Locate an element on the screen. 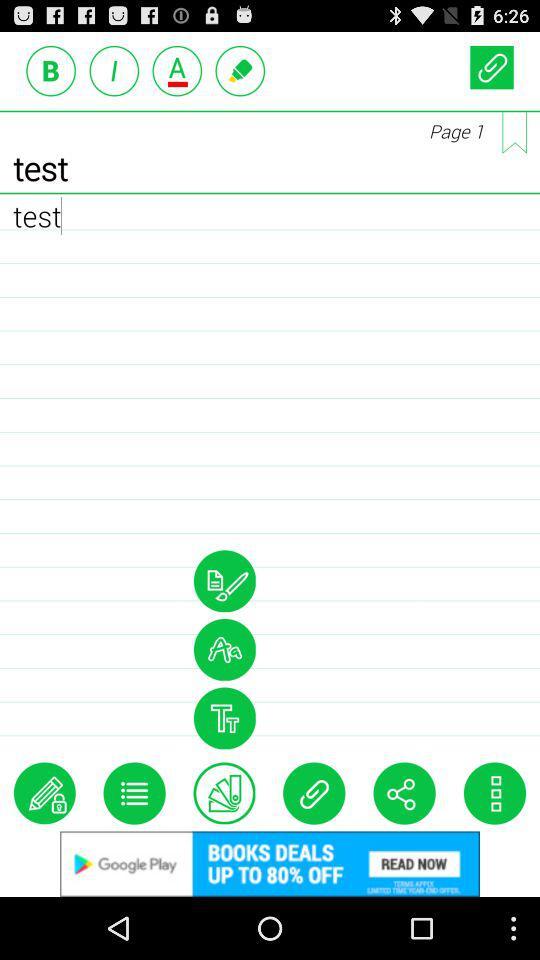 This screenshot has height=960, width=540. filter is located at coordinates (223, 718).